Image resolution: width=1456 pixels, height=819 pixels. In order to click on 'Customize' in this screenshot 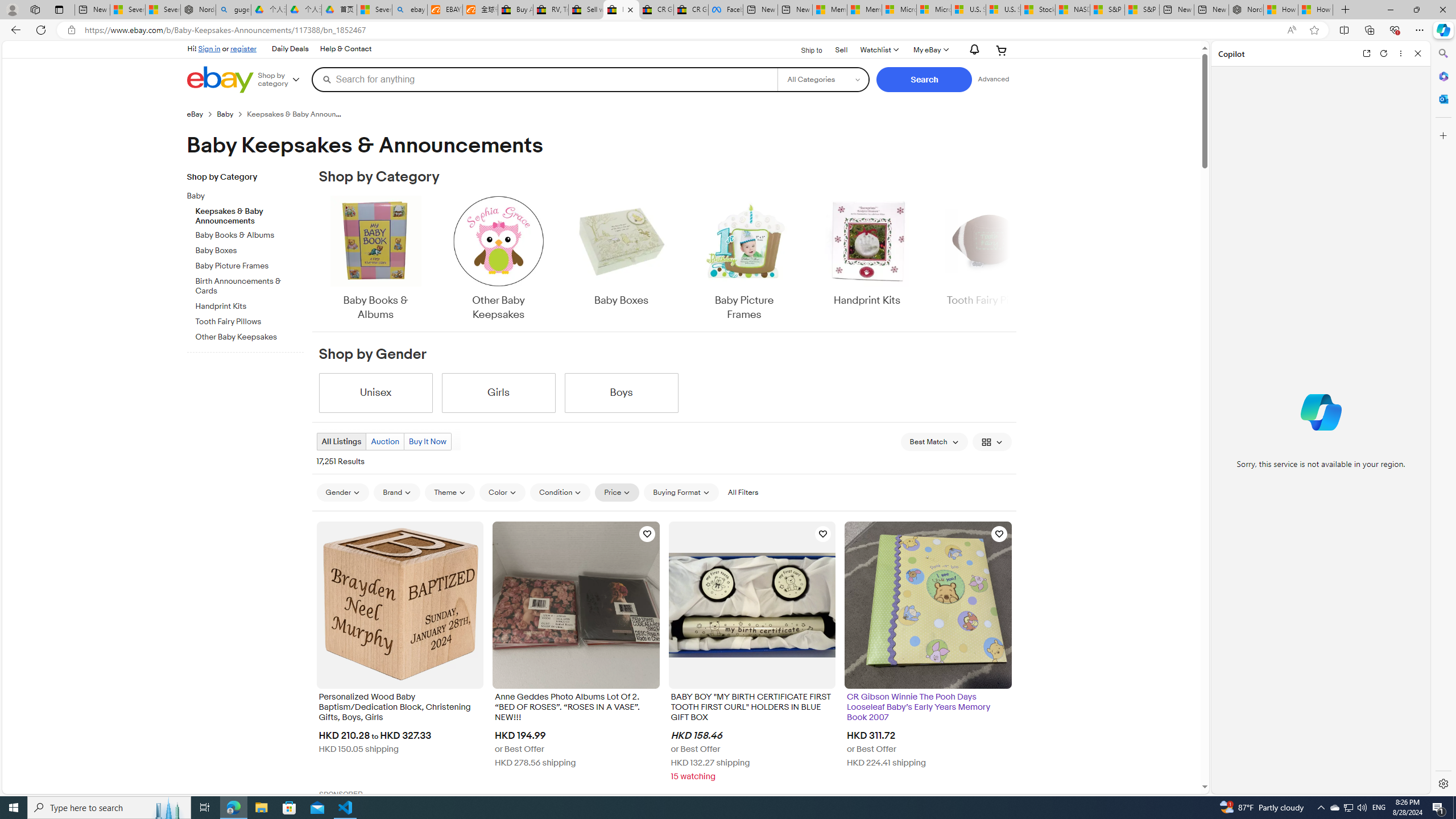, I will do `click(1442, 135)`.